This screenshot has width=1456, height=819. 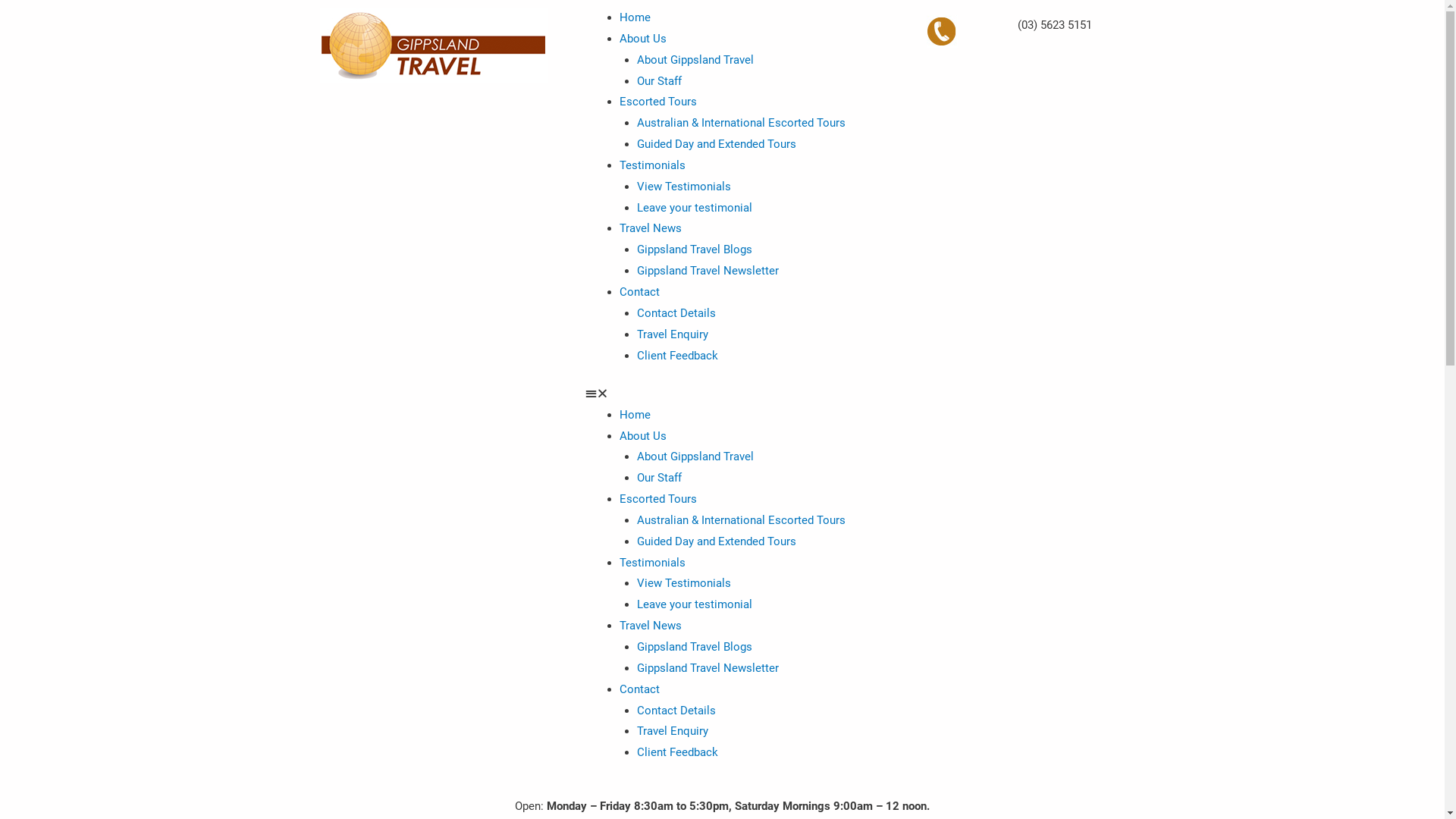 I want to click on 'Our Staff', so click(x=659, y=81).